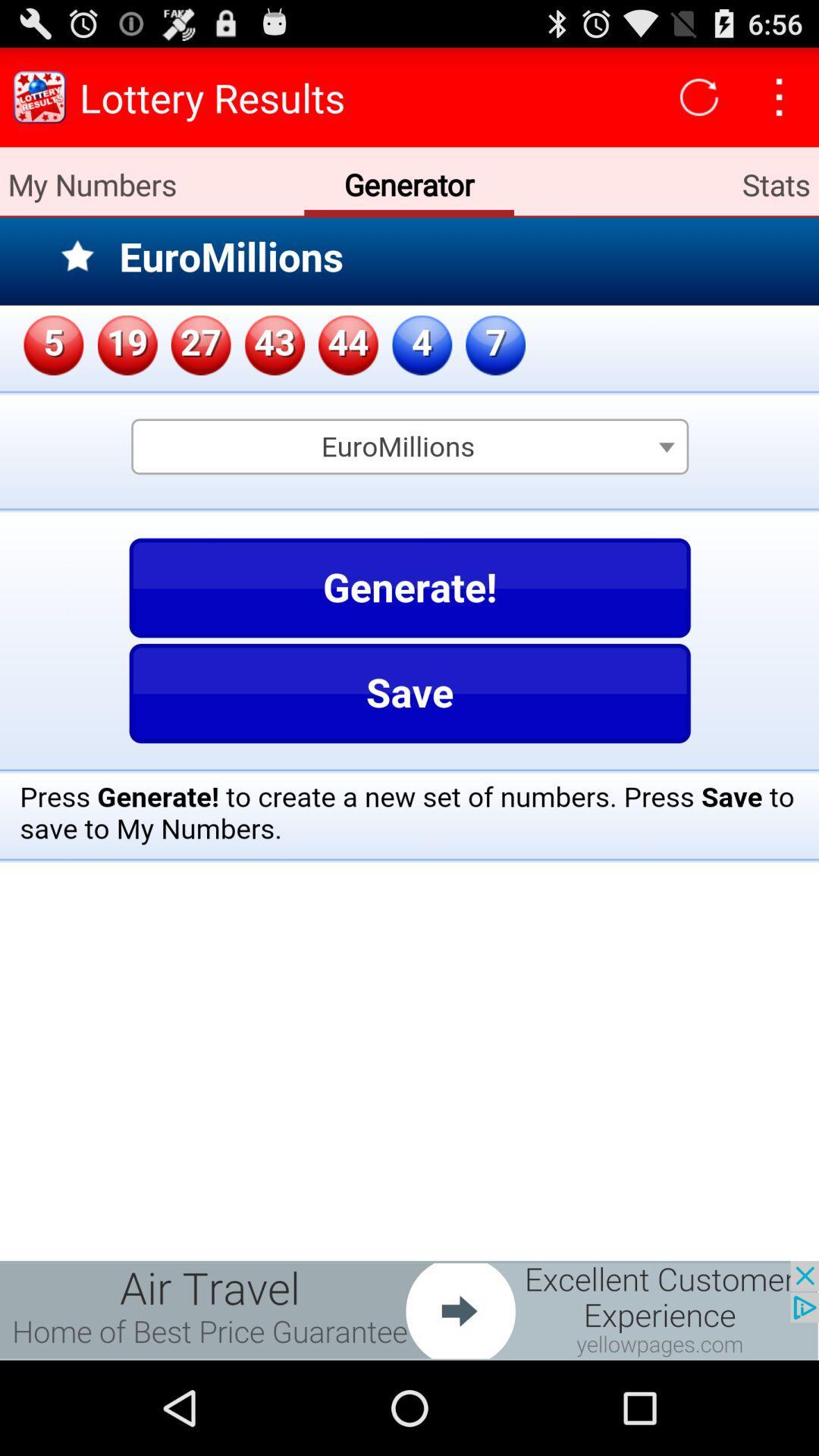  What do you see at coordinates (699, 103) in the screenshot?
I see `the refresh icon` at bounding box center [699, 103].